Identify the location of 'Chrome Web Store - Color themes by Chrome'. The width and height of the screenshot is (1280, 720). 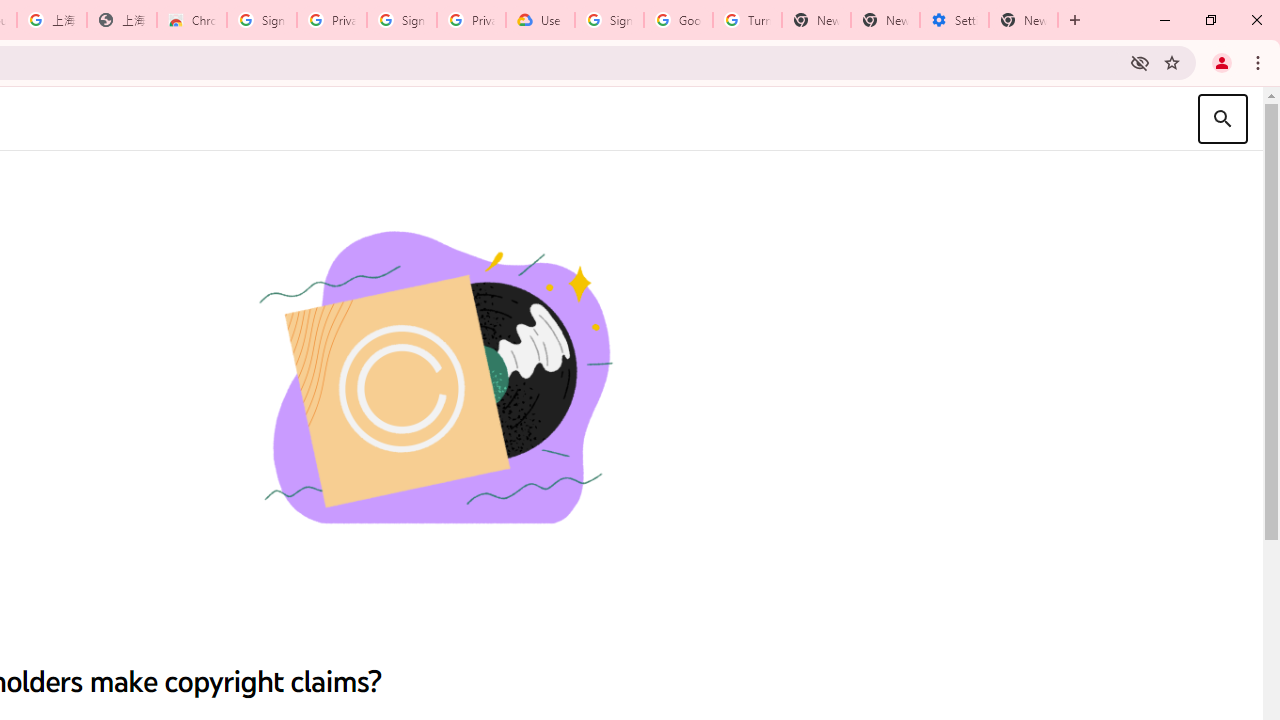
(192, 20).